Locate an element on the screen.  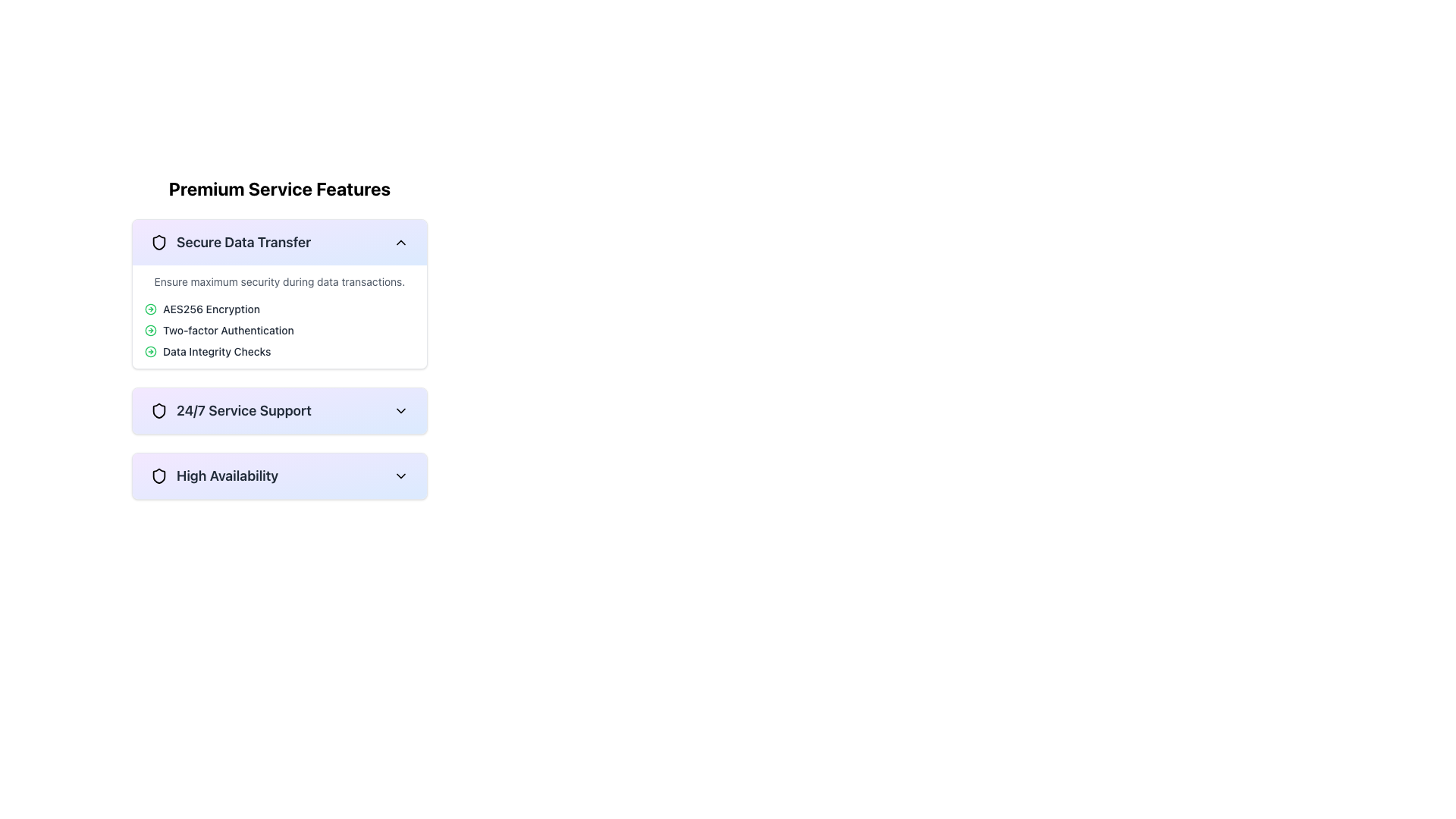
the downwards-pointing chevron icon located at the far-right end of the 'High Availability' section is located at coordinates (400, 475).